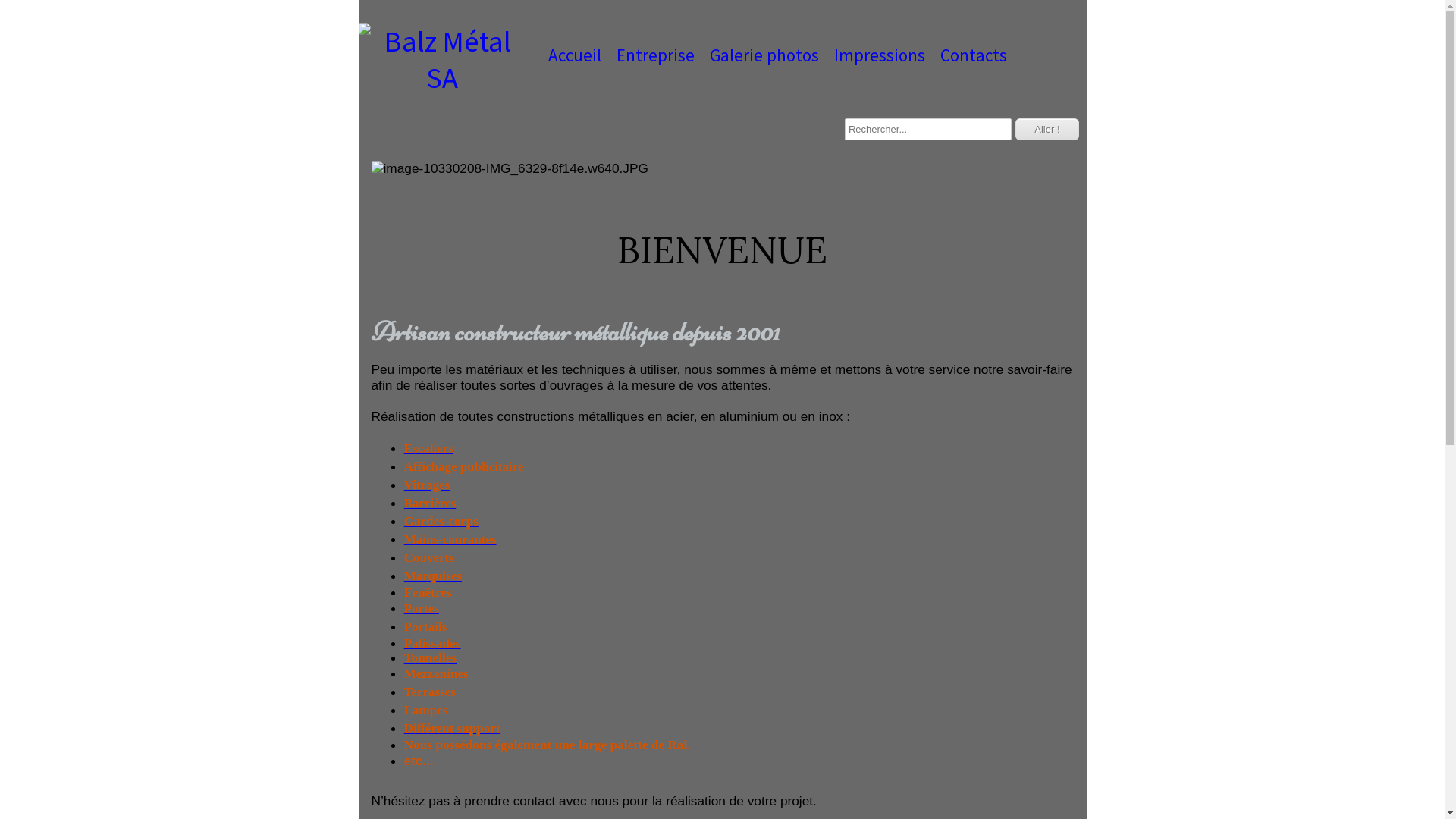 This screenshot has width=1456, height=819. What do you see at coordinates (428, 447) in the screenshot?
I see `'Escaliers'` at bounding box center [428, 447].